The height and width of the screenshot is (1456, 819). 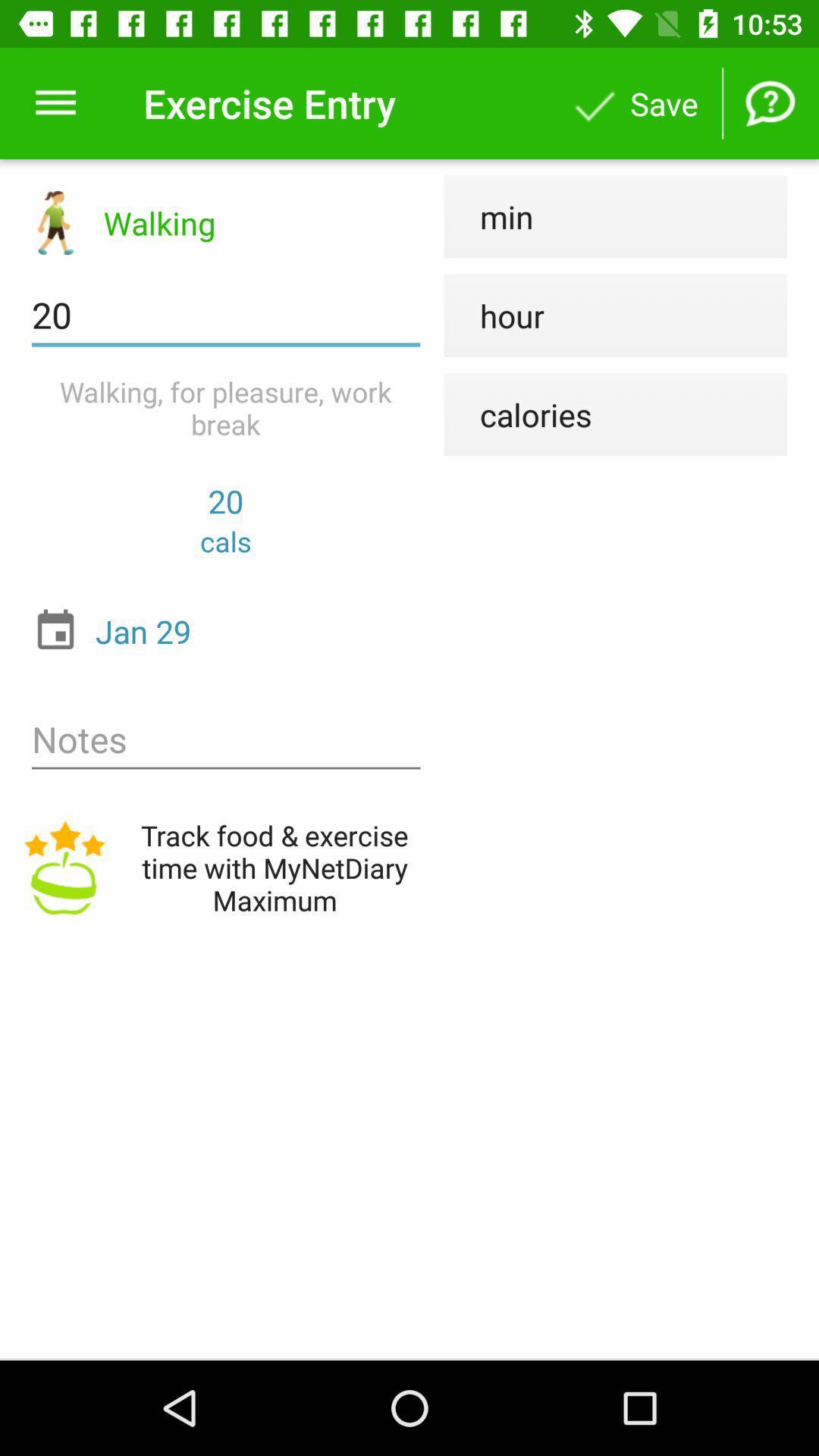 What do you see at coordinates (226, 868) in the screenshot?
I see `track food exercise item` at bounding box center [226, 868].